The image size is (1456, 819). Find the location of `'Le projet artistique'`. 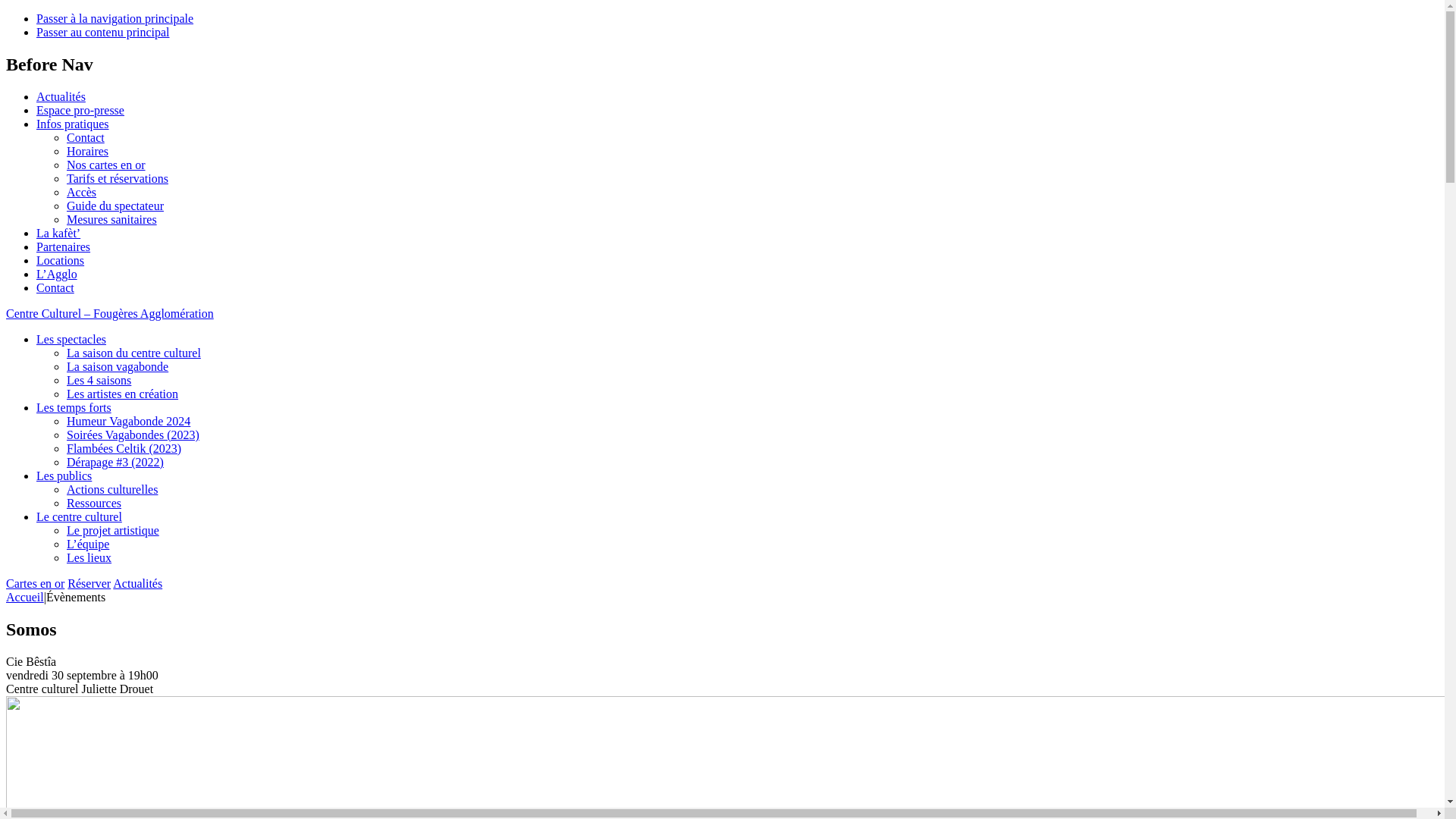

'Le projet artistique' is located at coordinates (111, 529).